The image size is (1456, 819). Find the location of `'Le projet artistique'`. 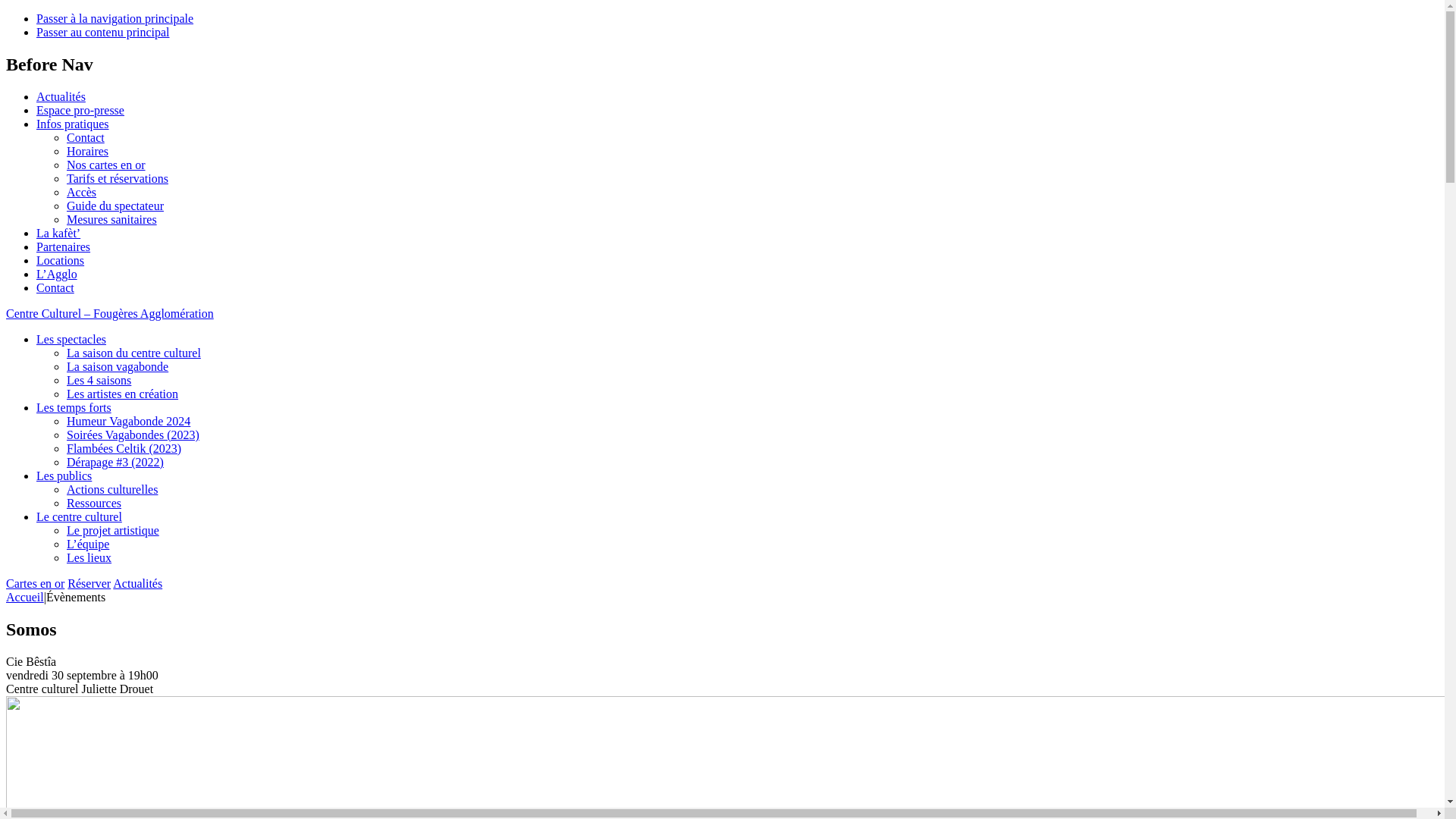

'Le projet artistique' is located at coordinates (111, 529).